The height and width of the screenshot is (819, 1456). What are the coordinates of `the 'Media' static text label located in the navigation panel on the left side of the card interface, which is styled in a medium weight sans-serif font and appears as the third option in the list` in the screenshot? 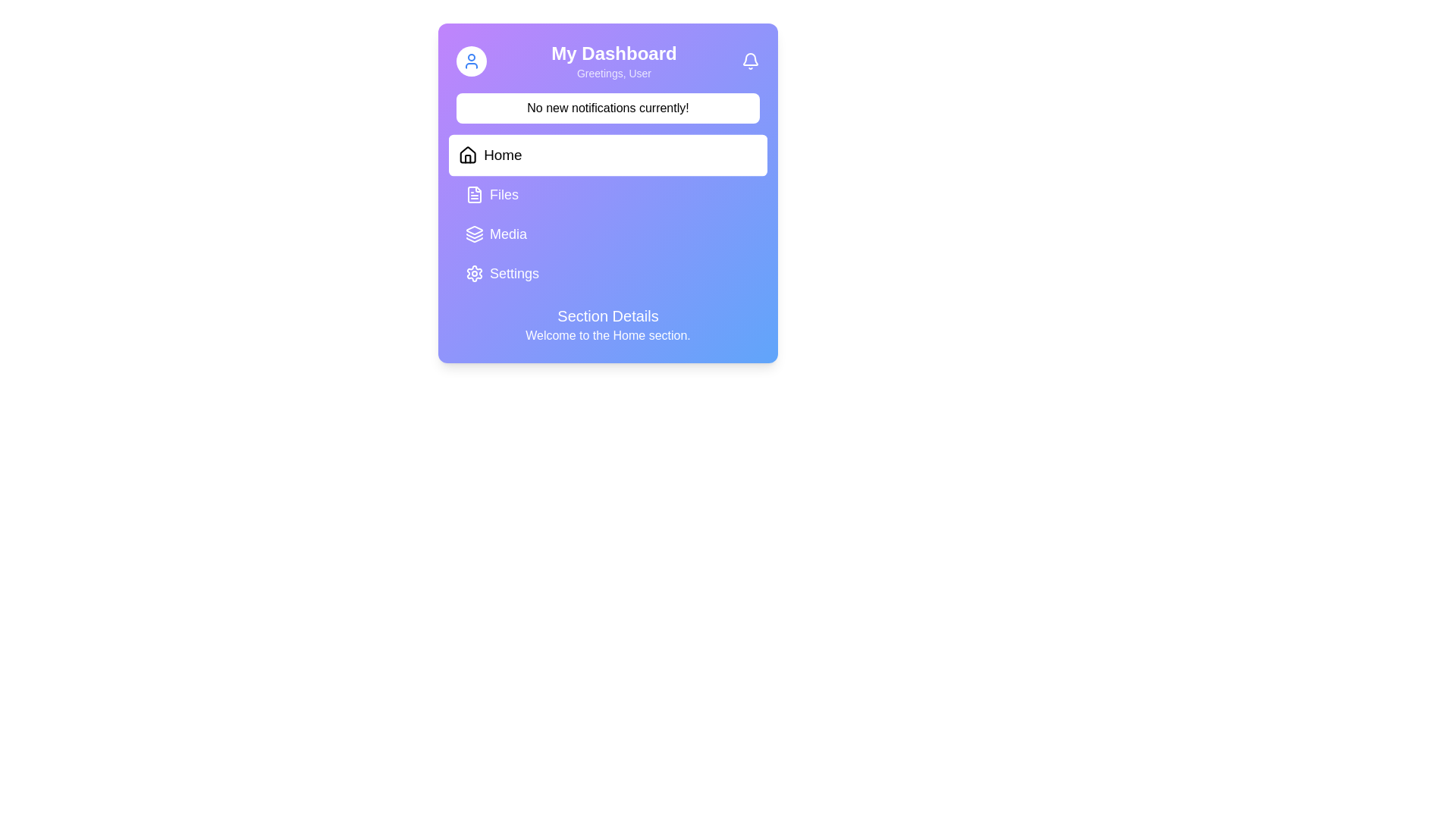 It's located at (508, 234).